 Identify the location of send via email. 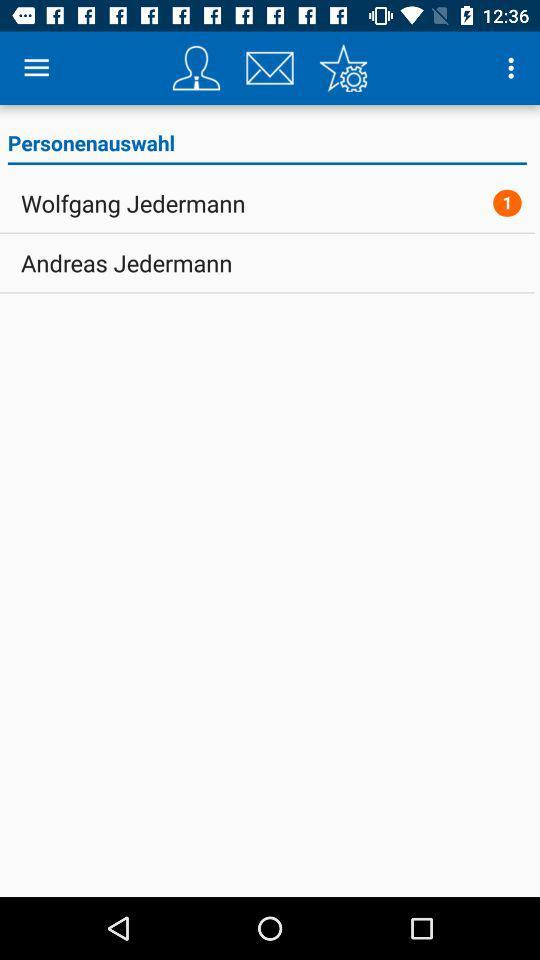
(270, 68).